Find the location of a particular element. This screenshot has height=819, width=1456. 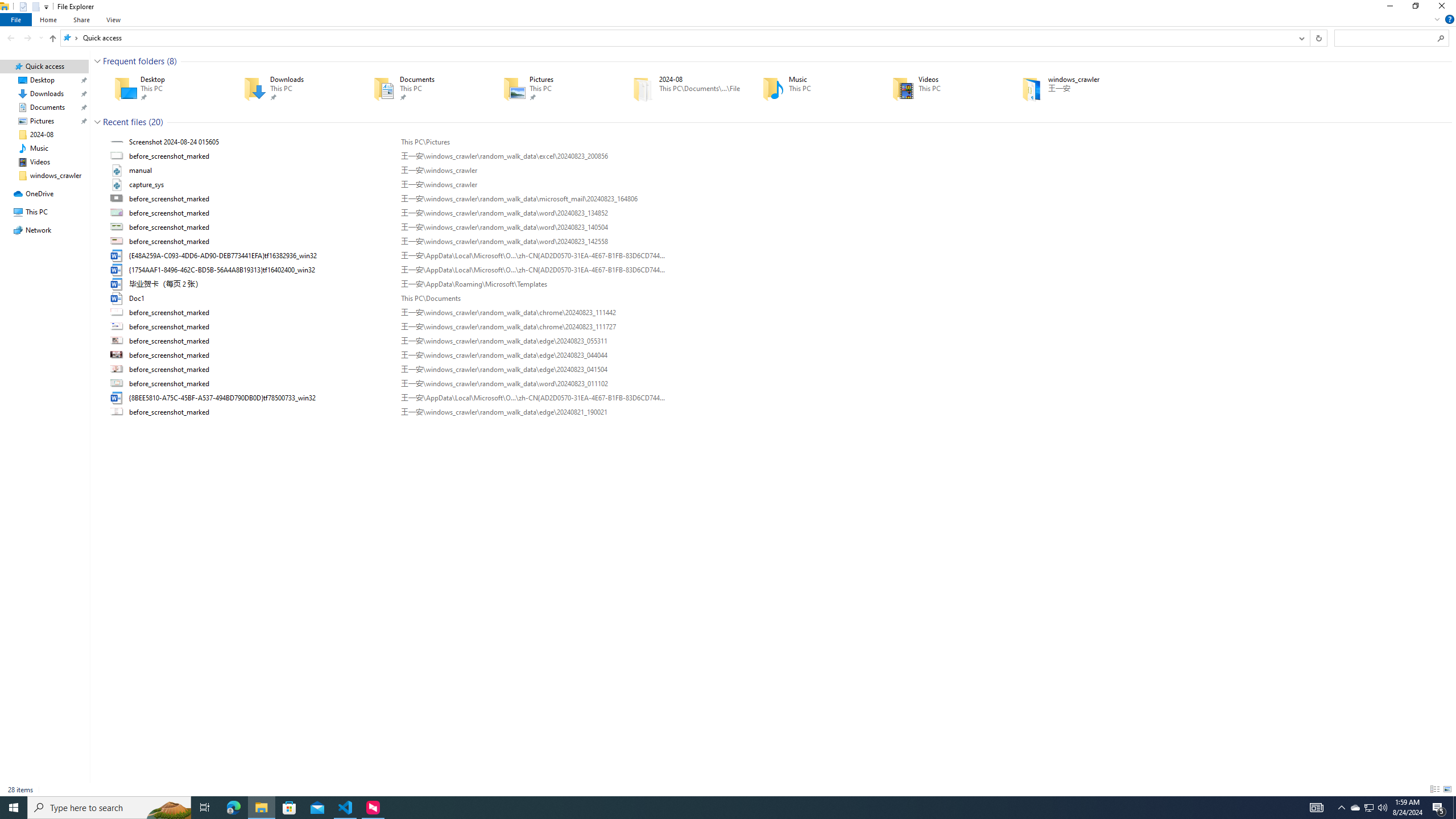

'Large Icons' is located at coordinates (1446, 789).